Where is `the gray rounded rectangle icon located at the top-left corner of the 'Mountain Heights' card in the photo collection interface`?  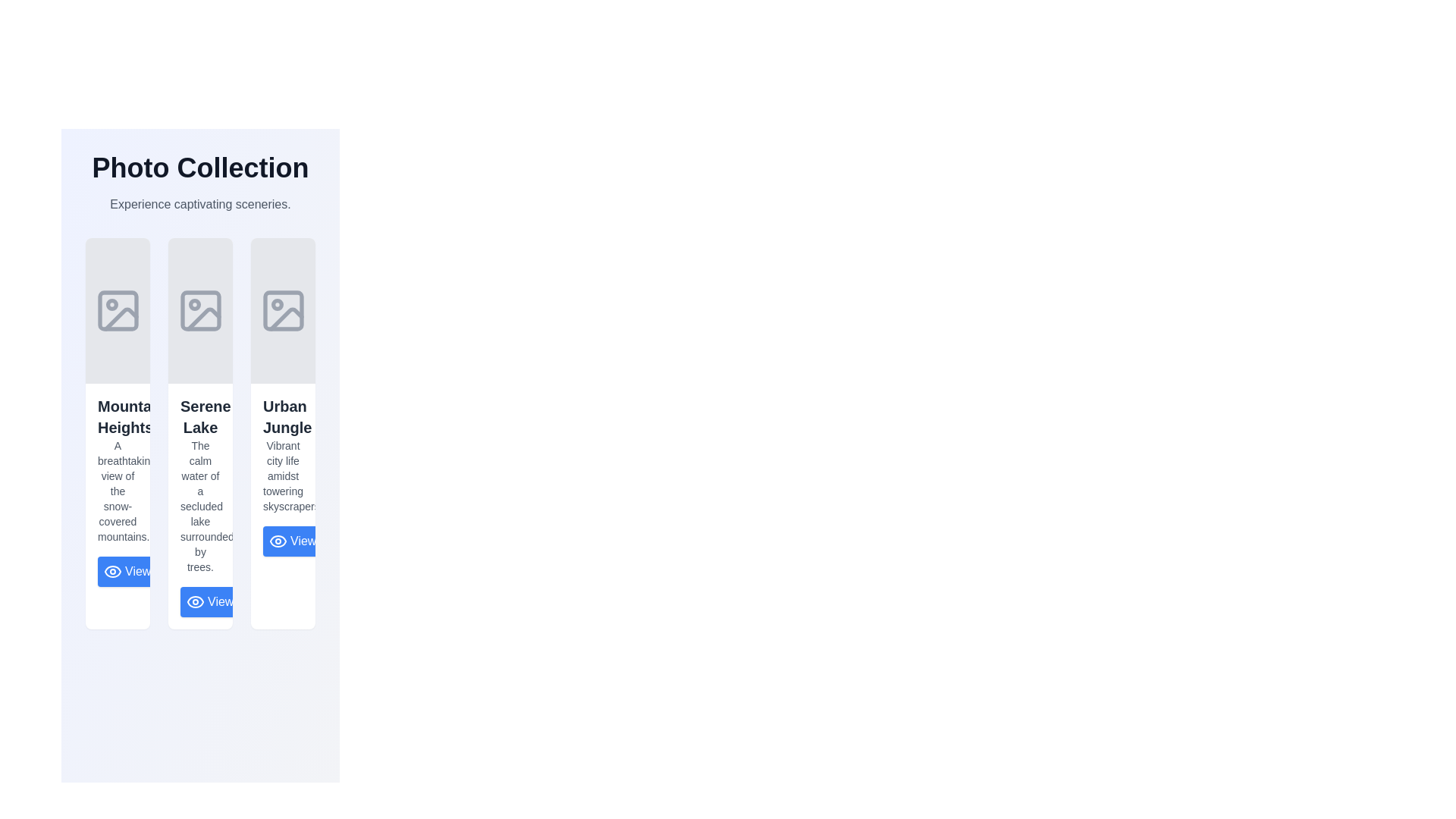
the gray rounded rectangle icon located at the top-left corner of the 'Mountain Heights' card in the photo collection interface is located at coordinates (117, 309).